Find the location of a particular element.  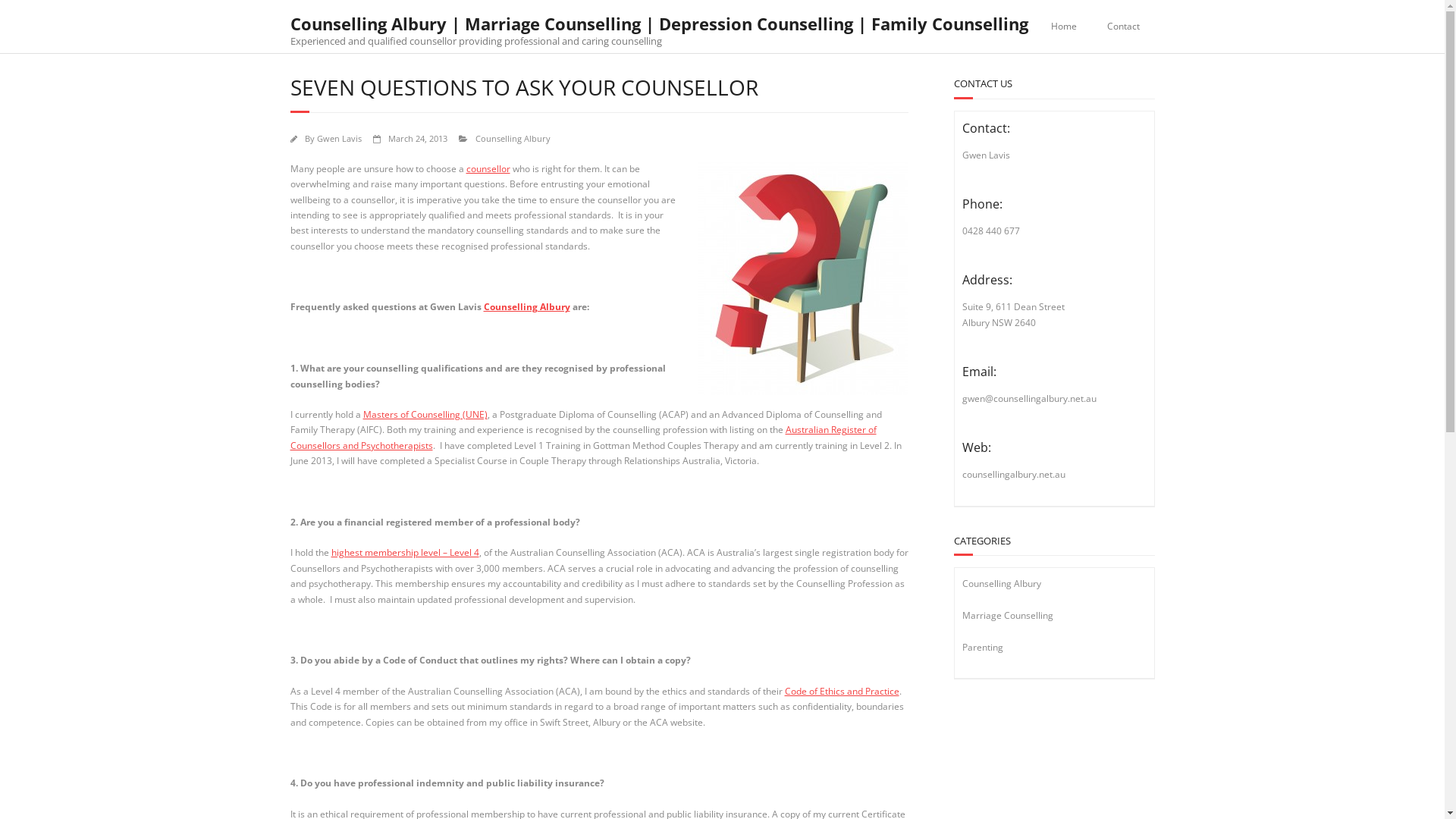

'Contact' is located at coordinates (1123, 26).